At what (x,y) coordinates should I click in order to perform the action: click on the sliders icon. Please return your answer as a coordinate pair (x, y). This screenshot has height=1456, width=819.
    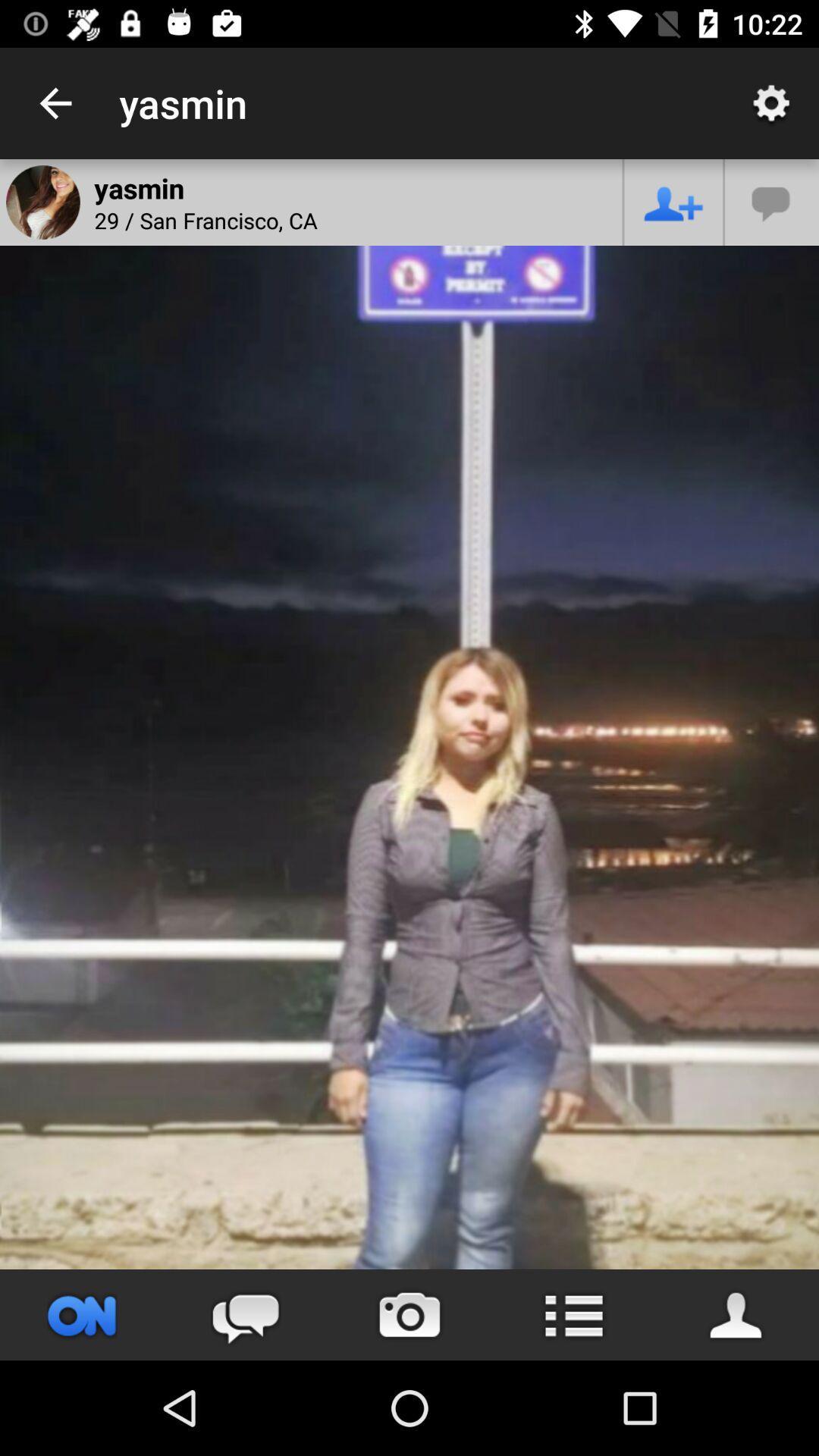
    Looking at the image, I should click on (82, 1314).